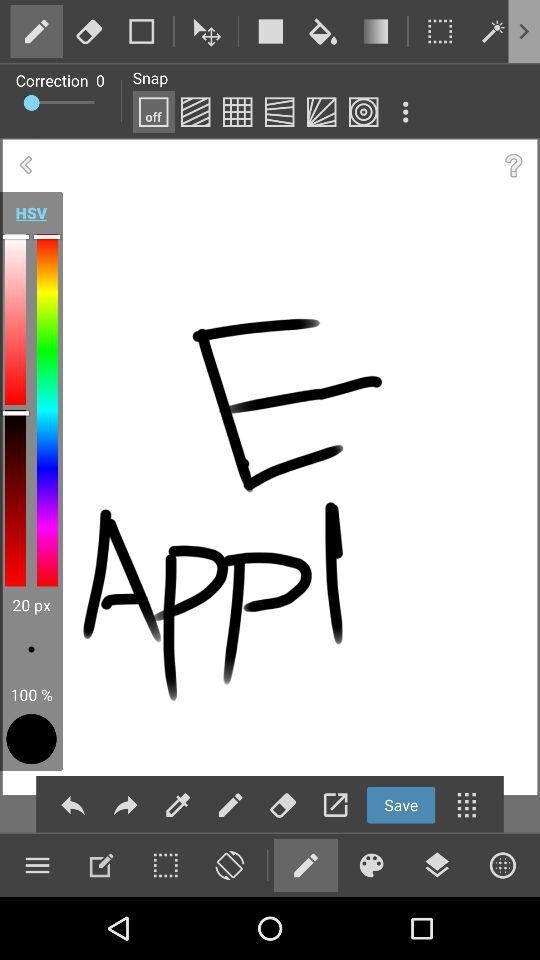 This screenshot has width=540, height=960. Describe the element at coordinates (335, 805) in the screenshot. I see `navigation` at that location.